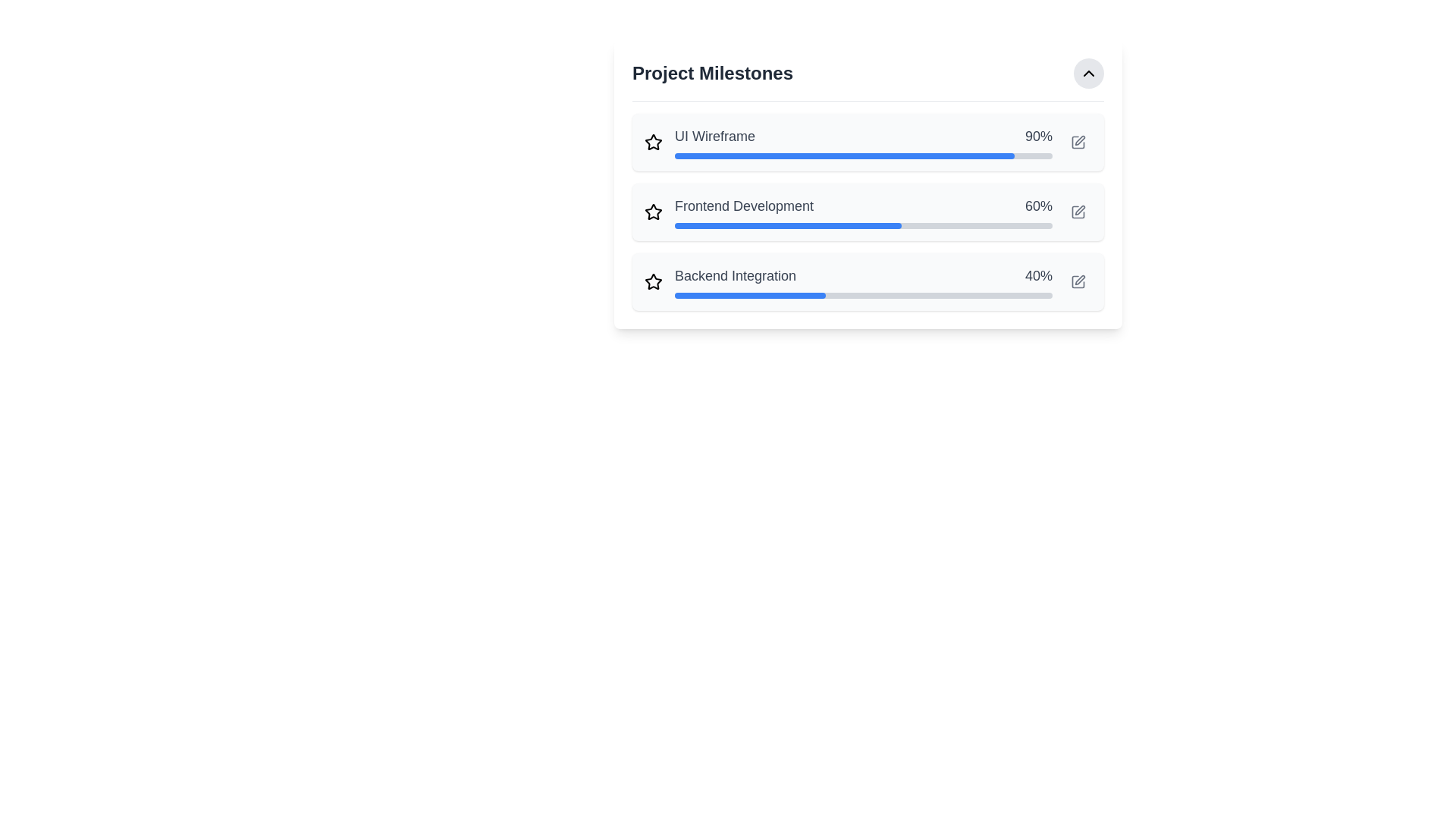  What do you see at coordinates (735, 275) in the screenshot?
I see `the text label that describes the project milestone 'Backend Integration', which is located to the left of the percentage completion text '40%' in the third milestone row` at bounding box center [735, 275].